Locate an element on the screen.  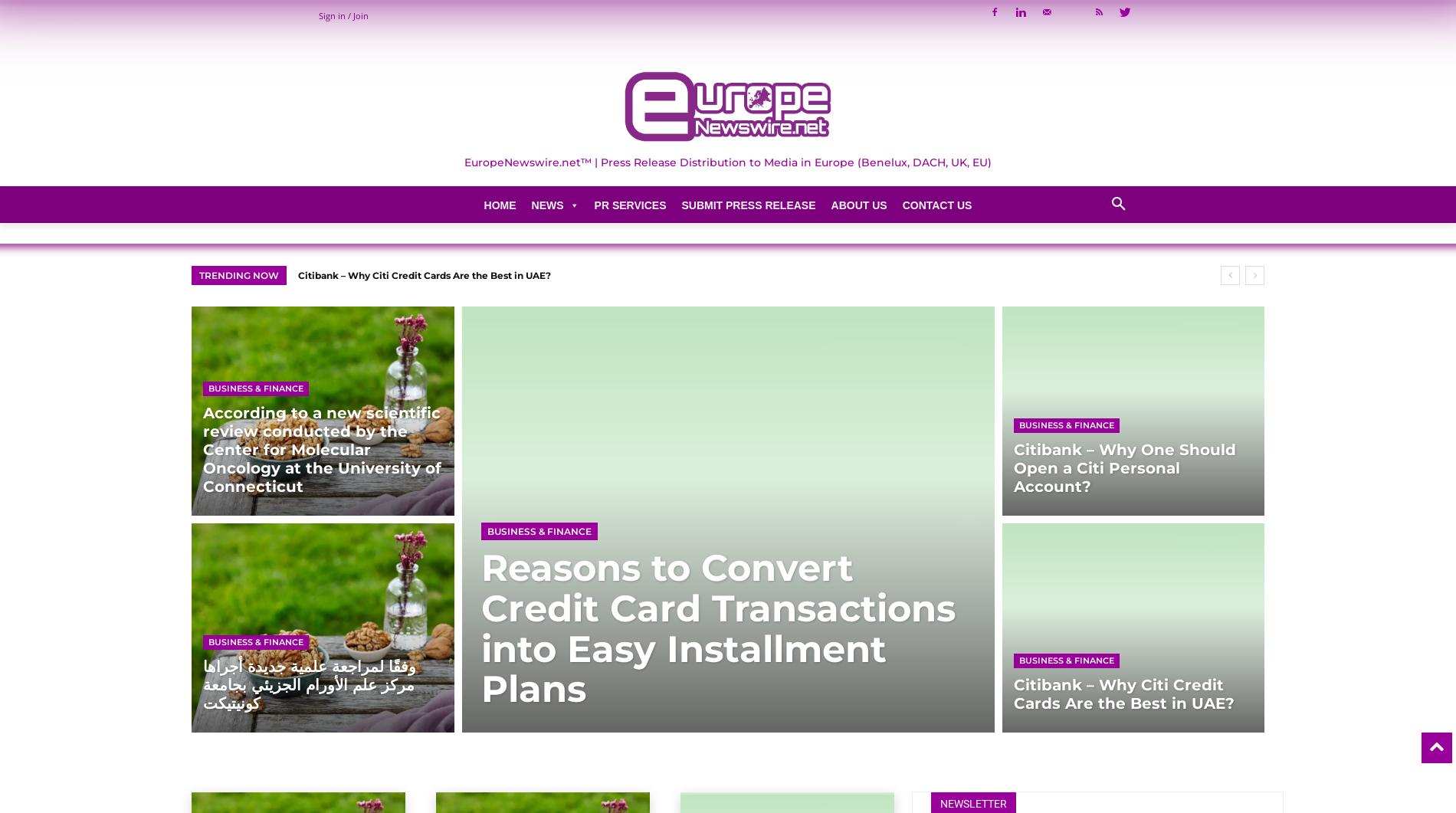
'Oil & Energy' is located at coordinates (556, 478).